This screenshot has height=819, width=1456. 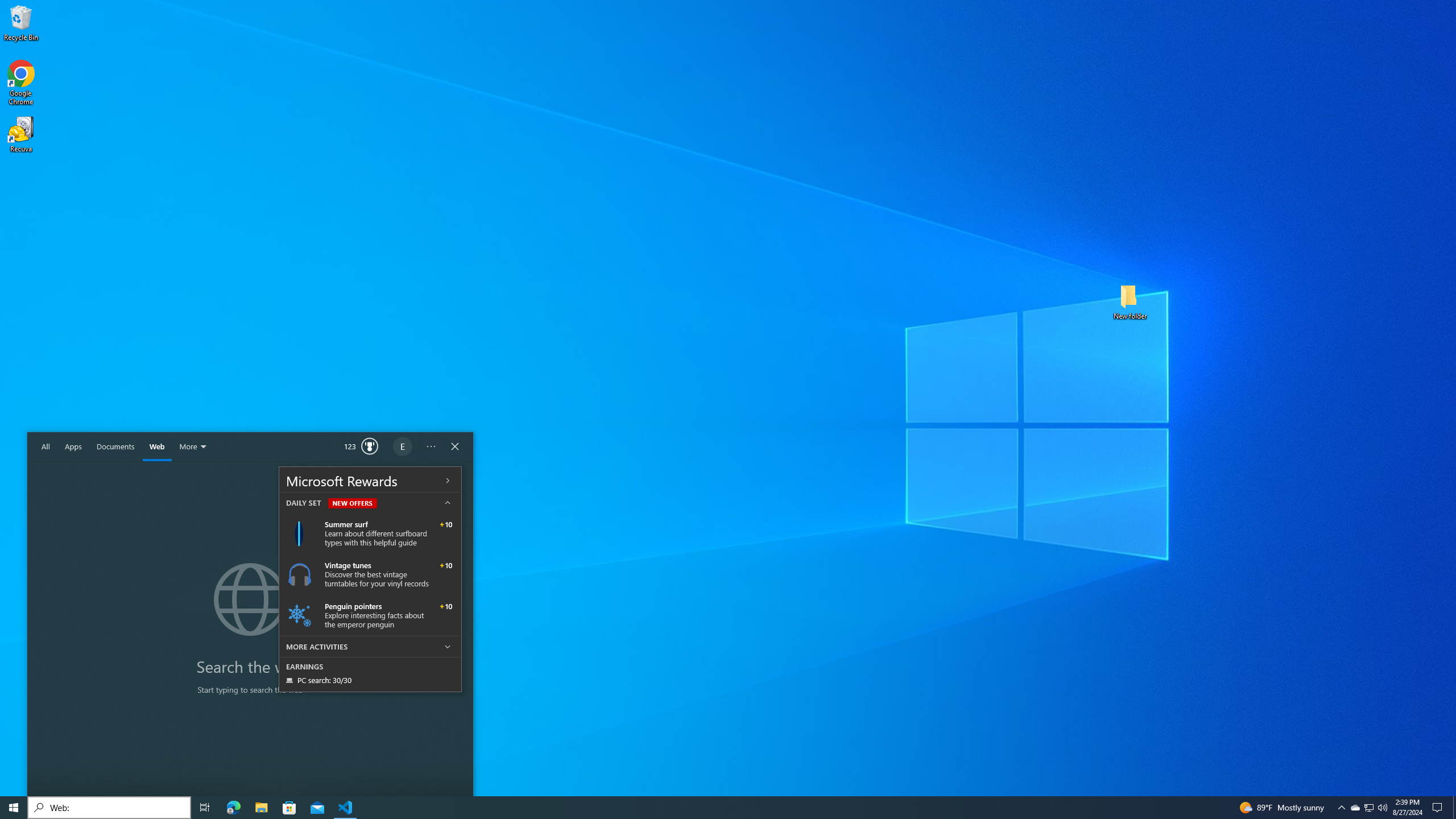 I want to click on 'Close Windows Search', so click(x=454, y=446).